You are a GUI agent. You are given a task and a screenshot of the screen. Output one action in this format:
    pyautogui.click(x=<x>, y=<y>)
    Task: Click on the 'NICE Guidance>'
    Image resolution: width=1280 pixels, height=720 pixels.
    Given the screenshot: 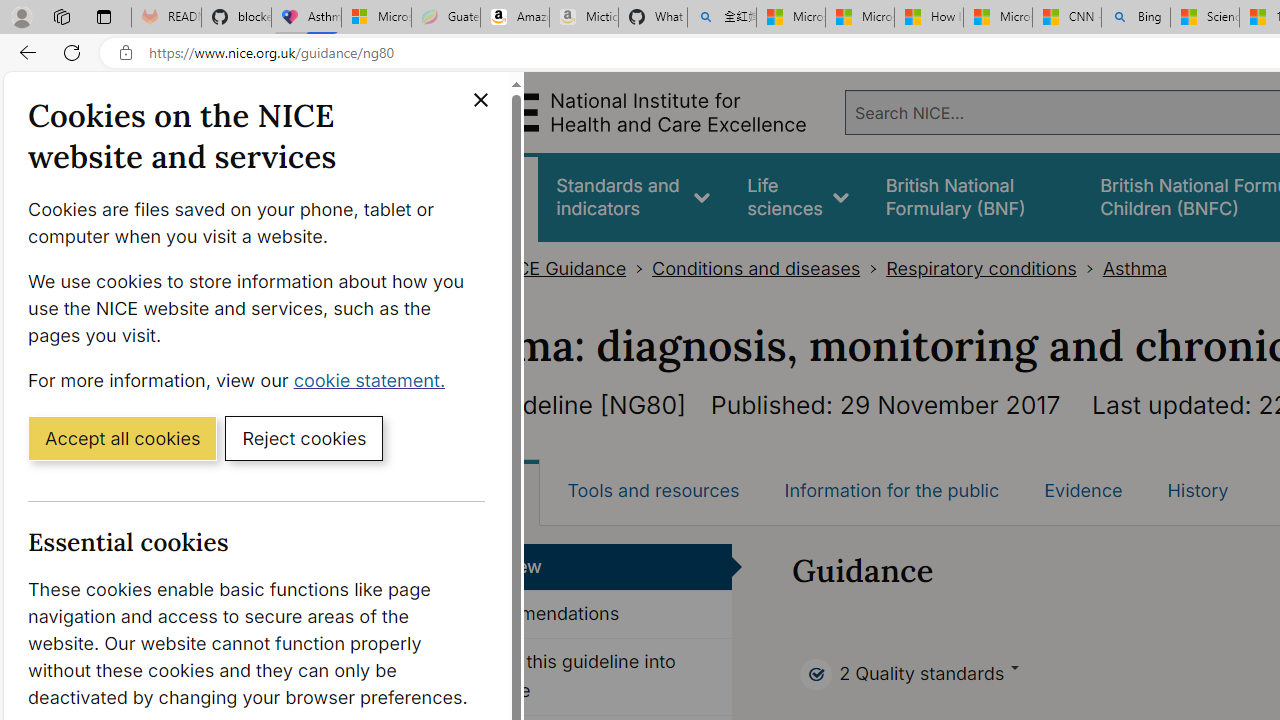 What is the action you would take?
    pyautogui.click(x=573, y=268)
    